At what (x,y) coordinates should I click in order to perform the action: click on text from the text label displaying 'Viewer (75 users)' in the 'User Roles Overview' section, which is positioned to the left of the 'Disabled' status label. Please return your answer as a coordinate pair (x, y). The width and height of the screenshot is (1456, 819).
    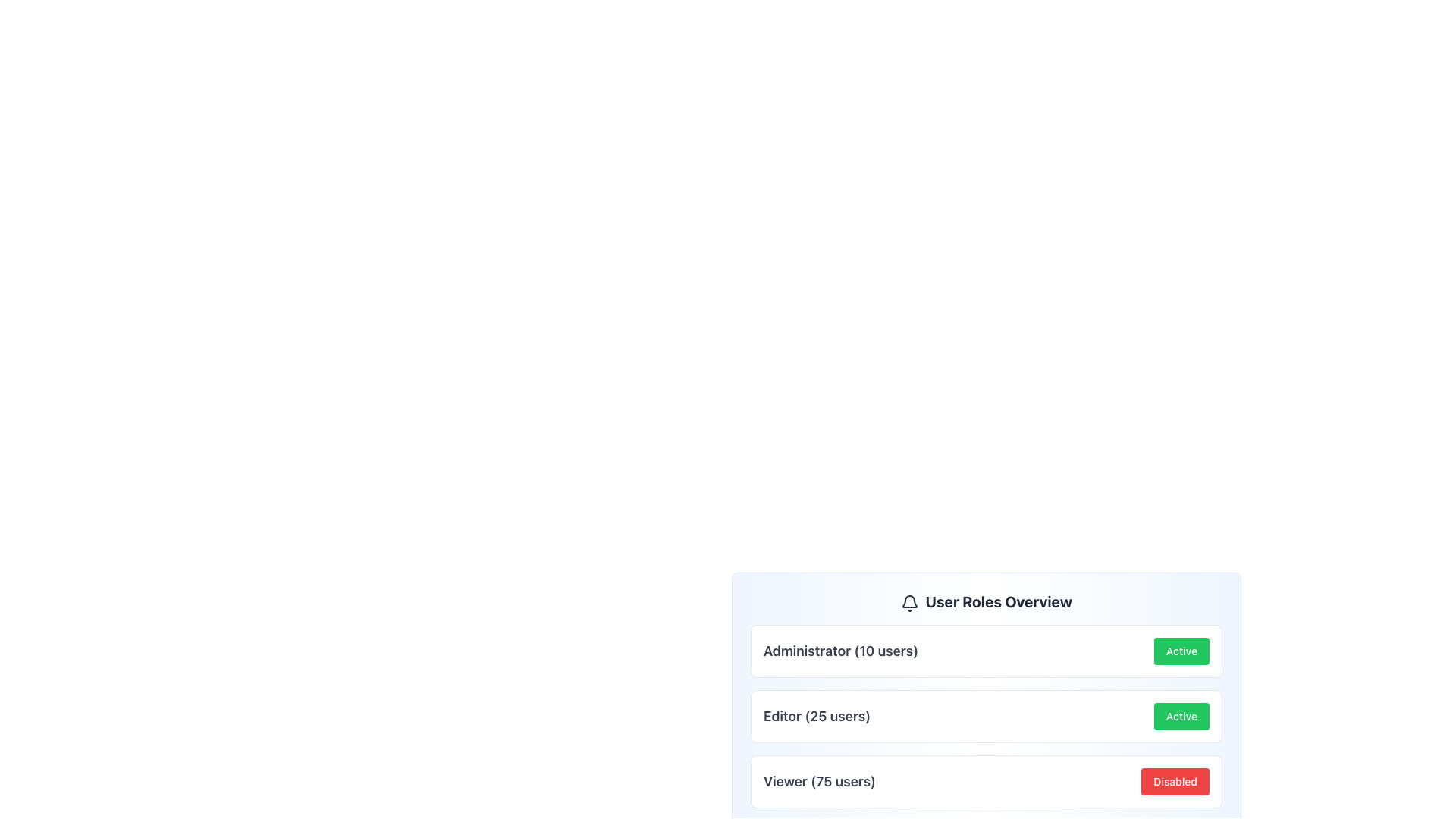
    Looking at the image, I should click on (818, 781).